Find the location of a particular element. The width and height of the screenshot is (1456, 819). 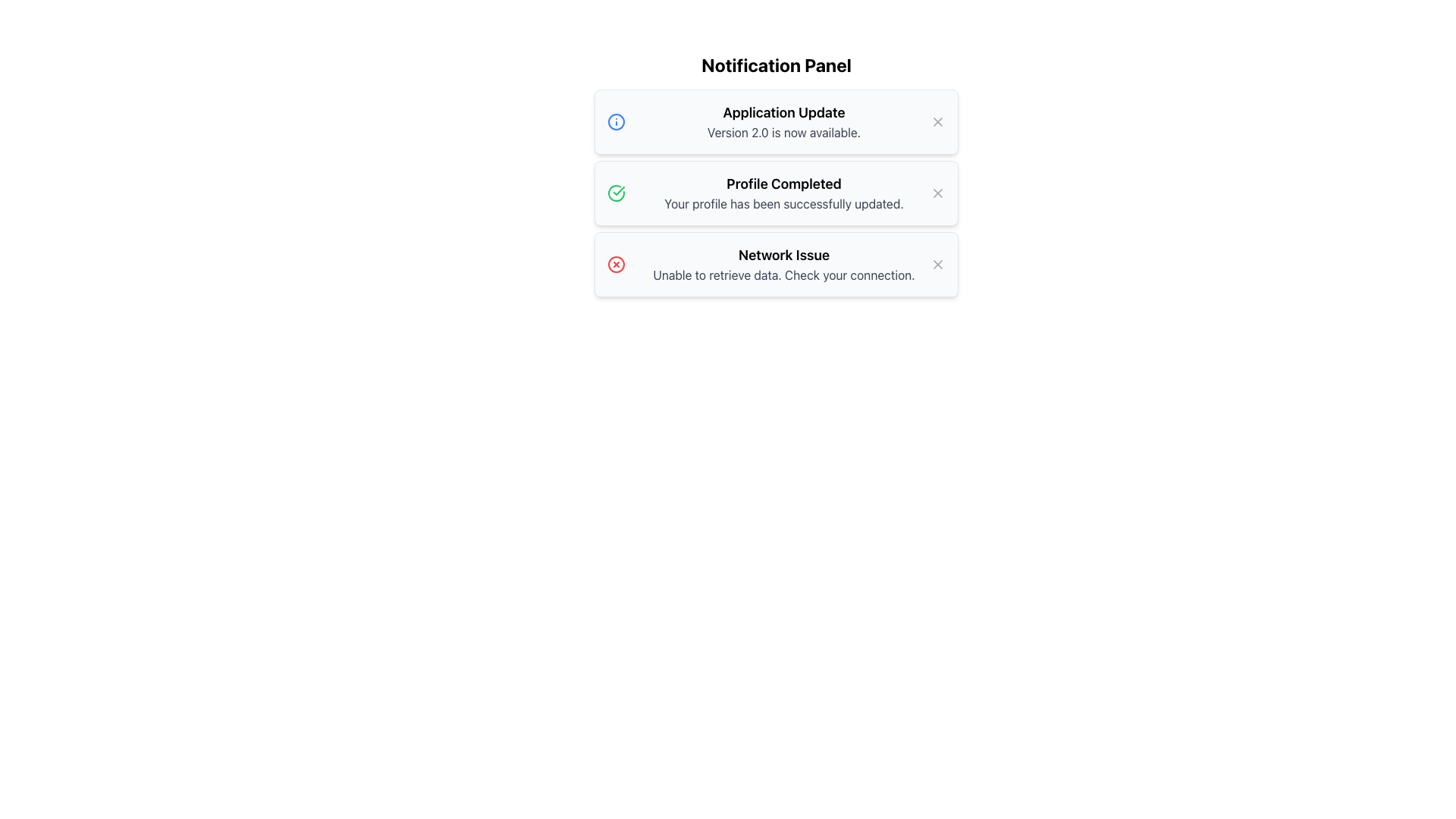

the bolded label reading 'Profile Completed' located at the top of the second notification card in the notification panel is located at coordinates (783, 184).